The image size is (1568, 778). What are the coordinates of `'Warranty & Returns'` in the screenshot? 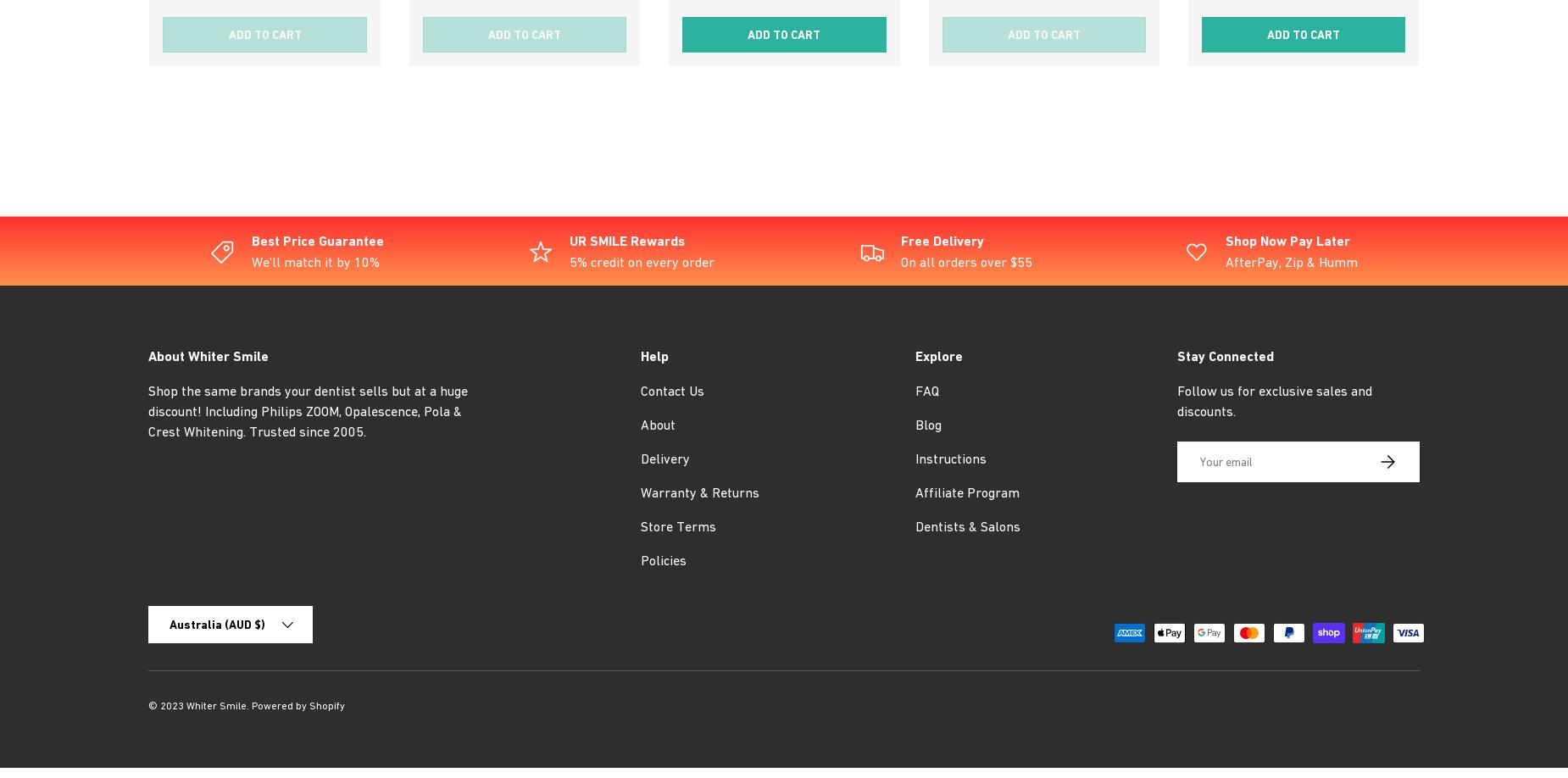 It's located at (639, 492).